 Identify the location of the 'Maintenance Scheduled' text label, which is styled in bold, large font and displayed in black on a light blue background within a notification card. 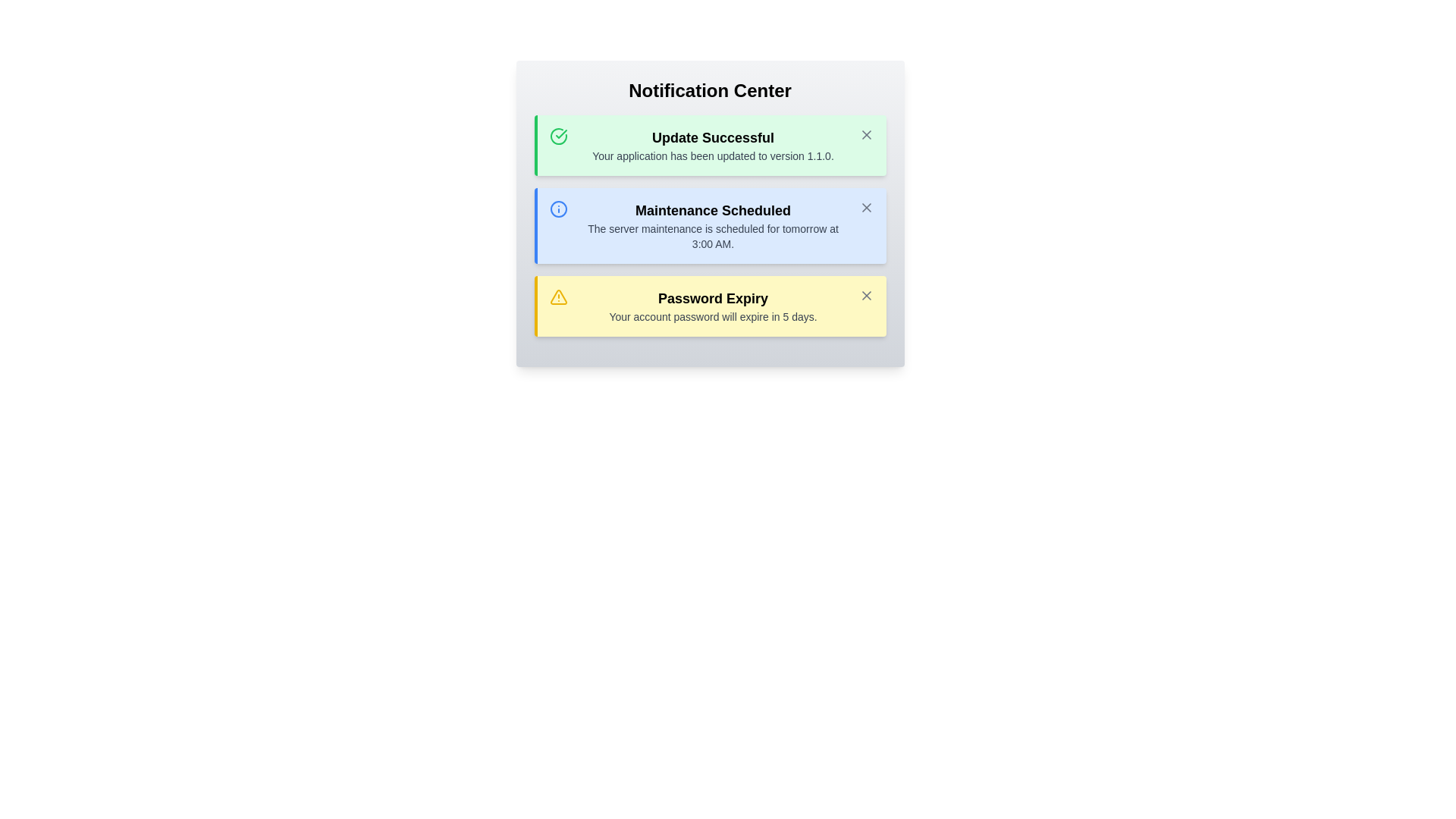
(712, 210).